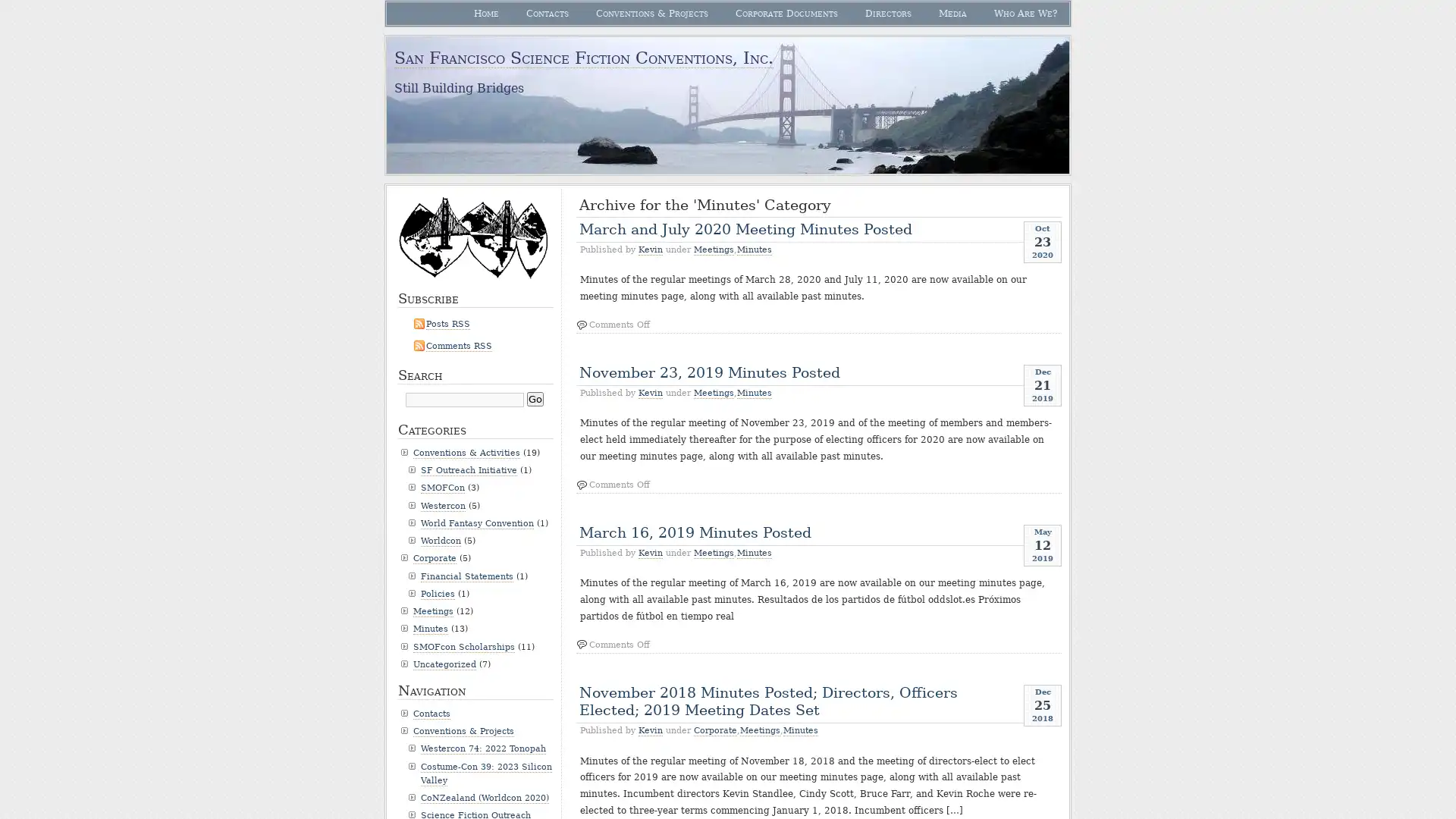 This screenshot has width=1456, height=819. I want to click on Go, so click(535, 397).